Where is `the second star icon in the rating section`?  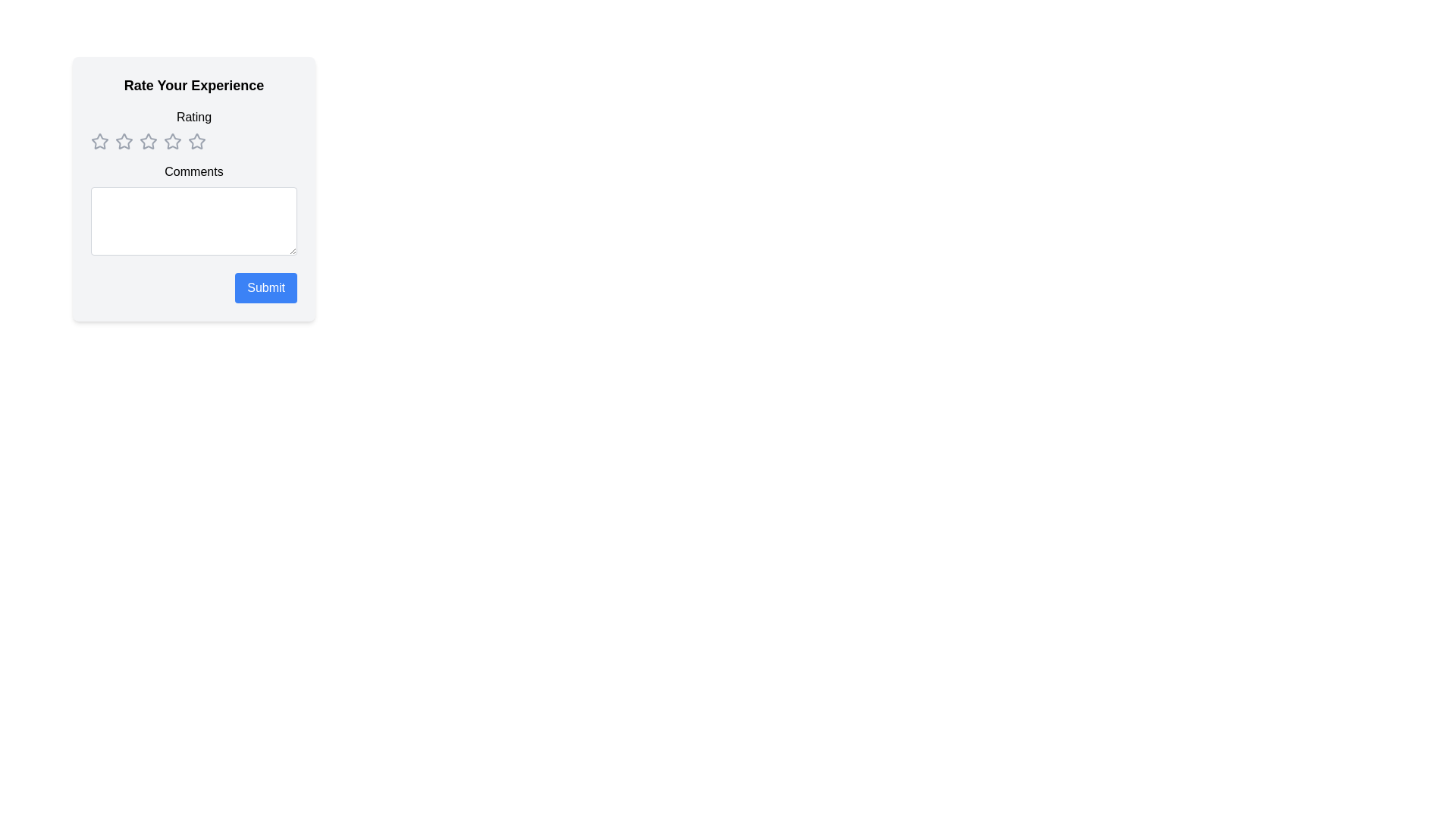 the second star icon in the rating section is located at coordinates (124, 141).